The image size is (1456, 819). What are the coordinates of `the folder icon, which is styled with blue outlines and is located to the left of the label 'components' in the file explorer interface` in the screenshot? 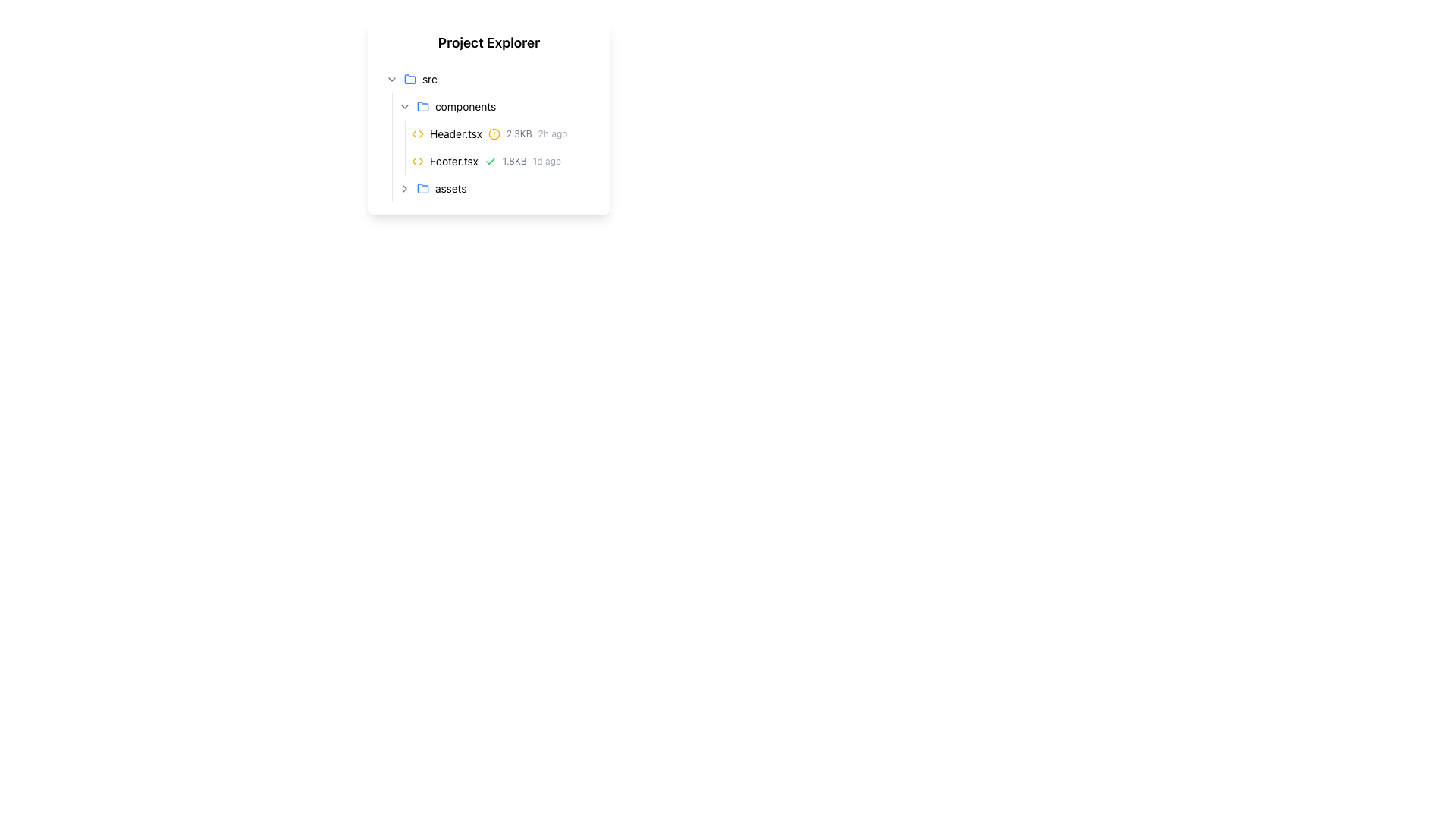 It's located at (422, 106).